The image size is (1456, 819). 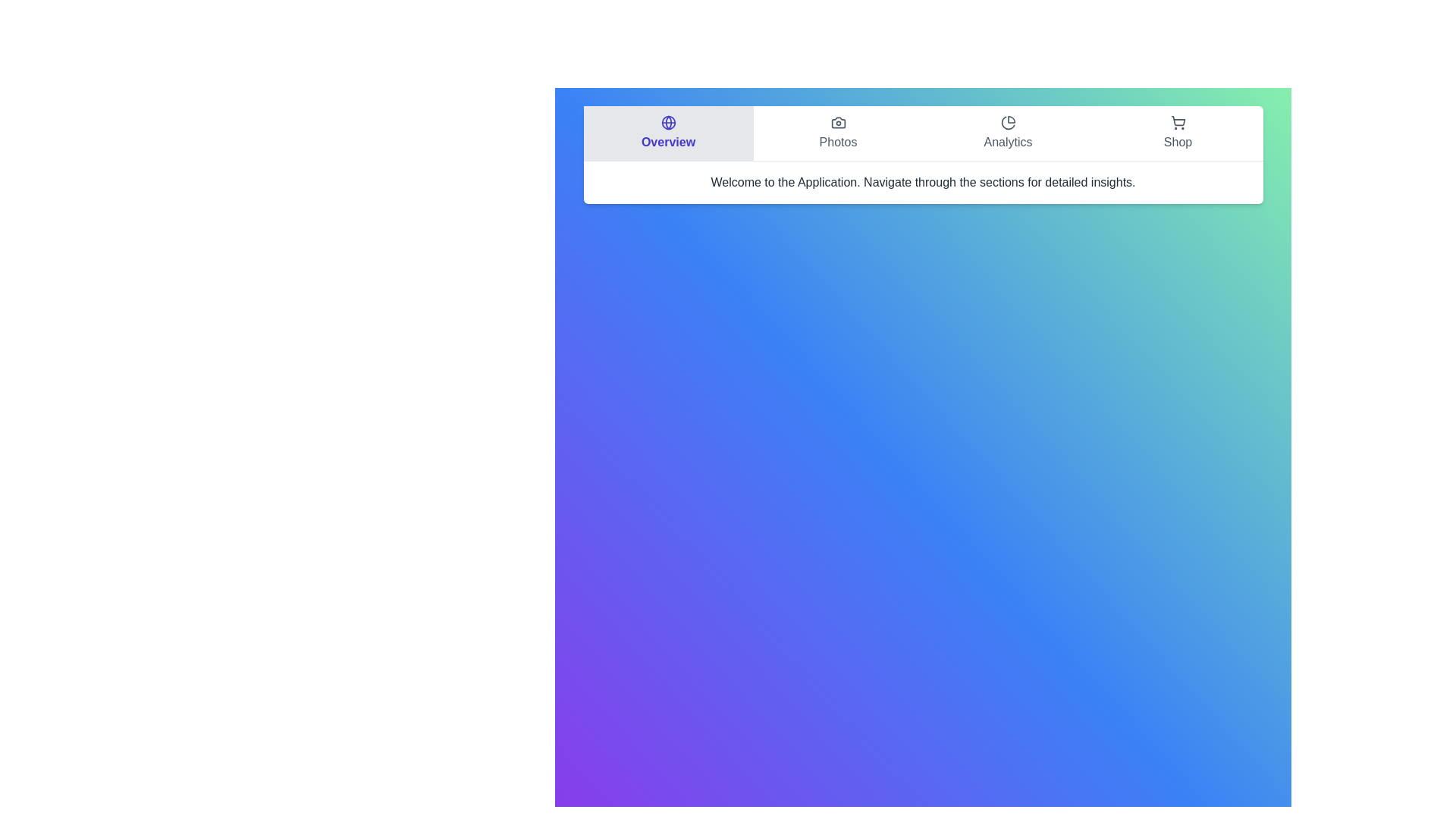 What do you see at coordinates (922, 133) in the screenshot?
I see `the 'Overview' section of the navigation bar` at bounding box center [922, 133].